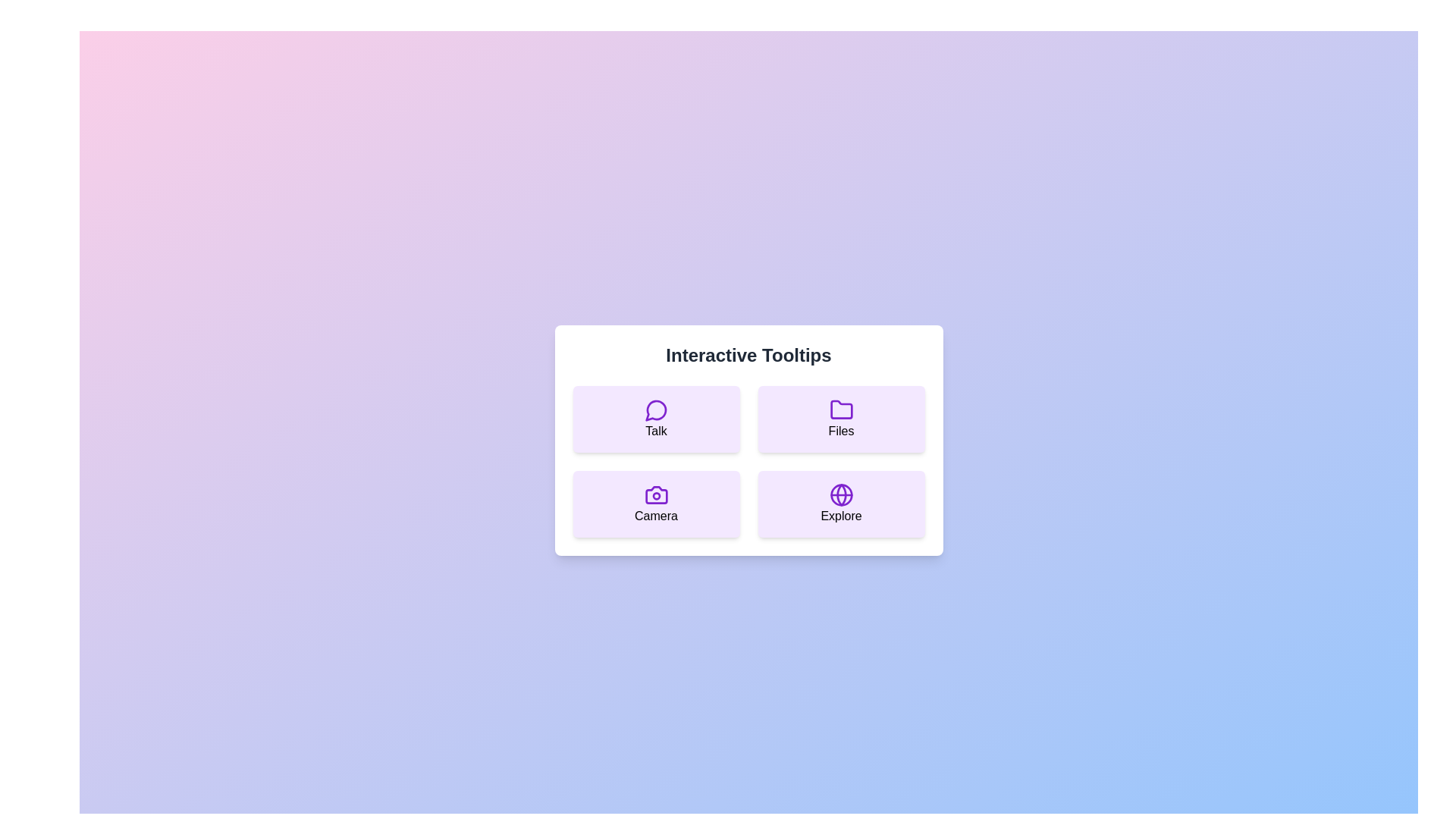  Describe the element at coordinates (840, 419) in the screenshot. I see `the rectangular card button with a light purple background, a purple folder icon at the top center, and the text 'Files' beneath it` at that location.